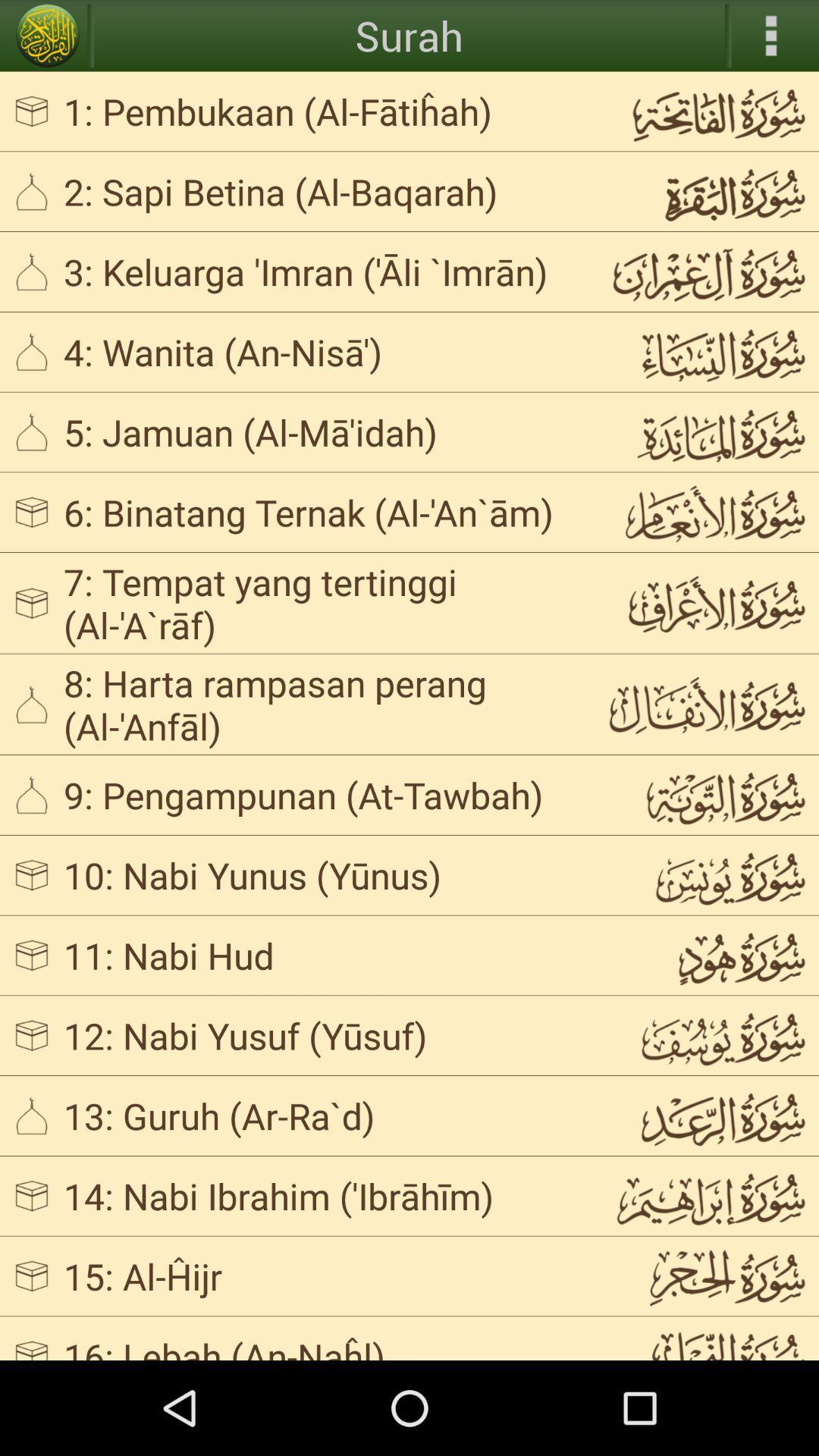  I want to click on the more icon, so click(771, 38).